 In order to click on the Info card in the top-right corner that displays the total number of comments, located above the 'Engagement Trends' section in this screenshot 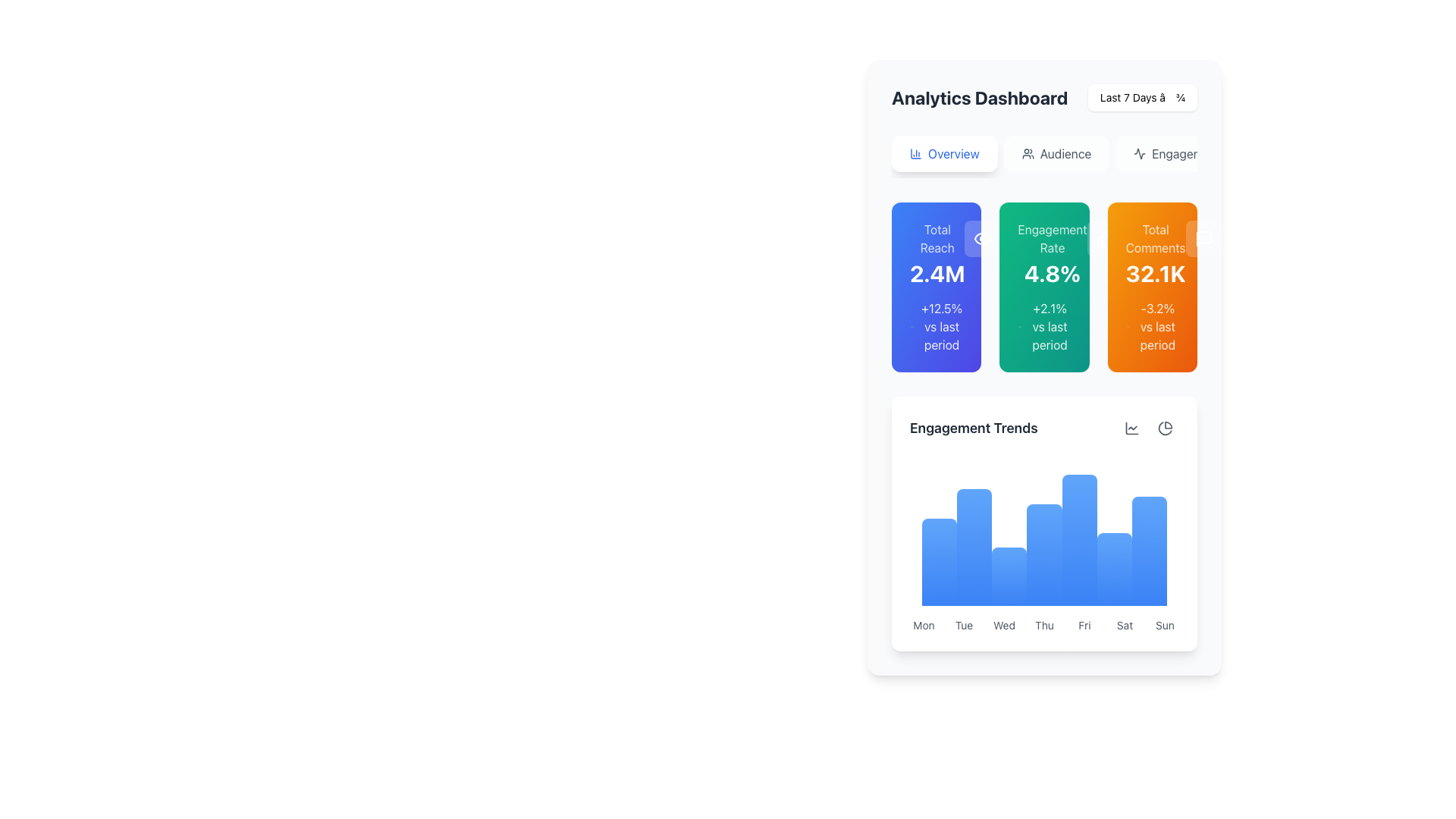, I will do `click(1155, 253)`.